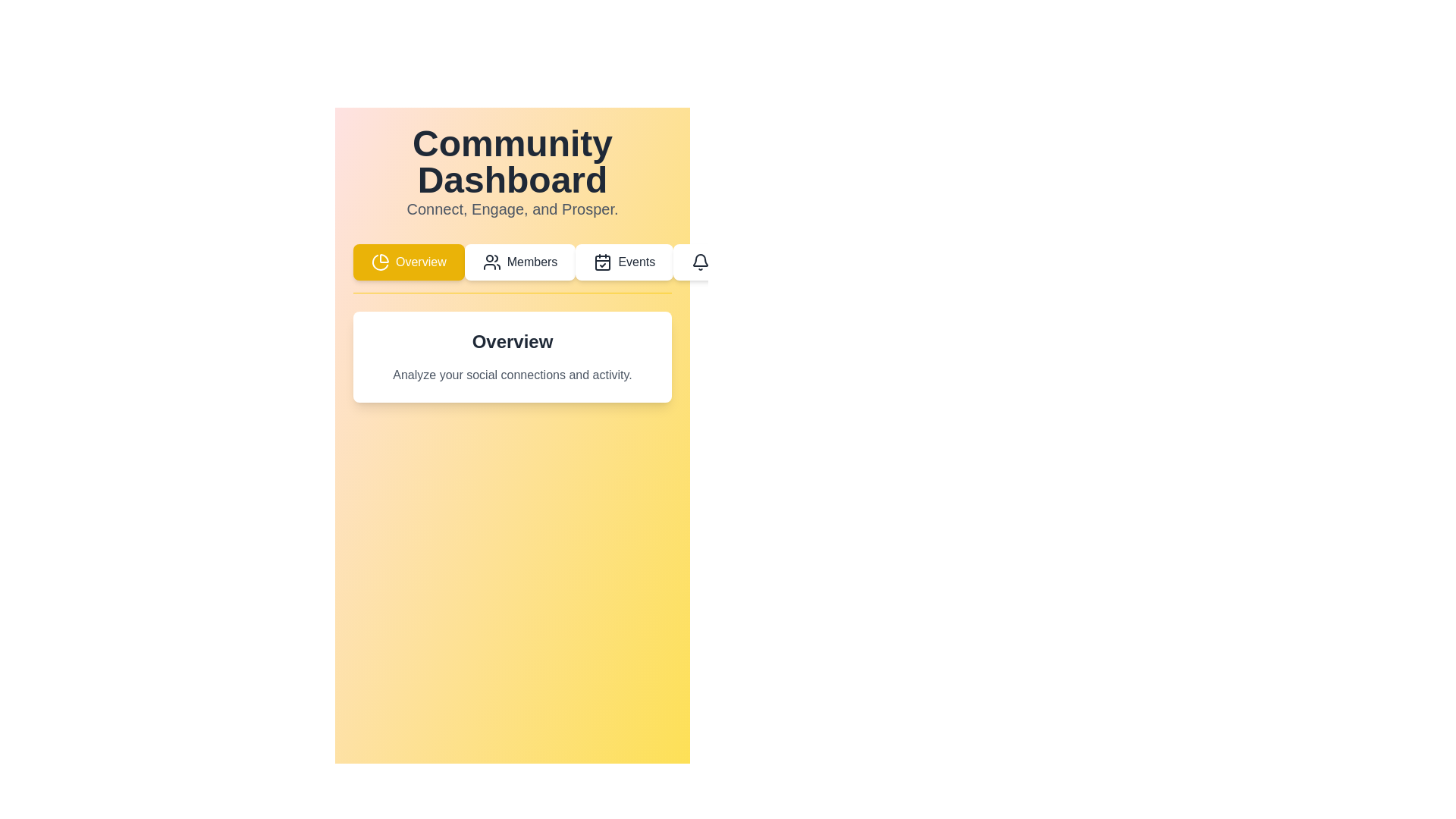 The width and height of the screenshot is (1456, 819). I want to click on the button labeled Members, so click(520, 262).